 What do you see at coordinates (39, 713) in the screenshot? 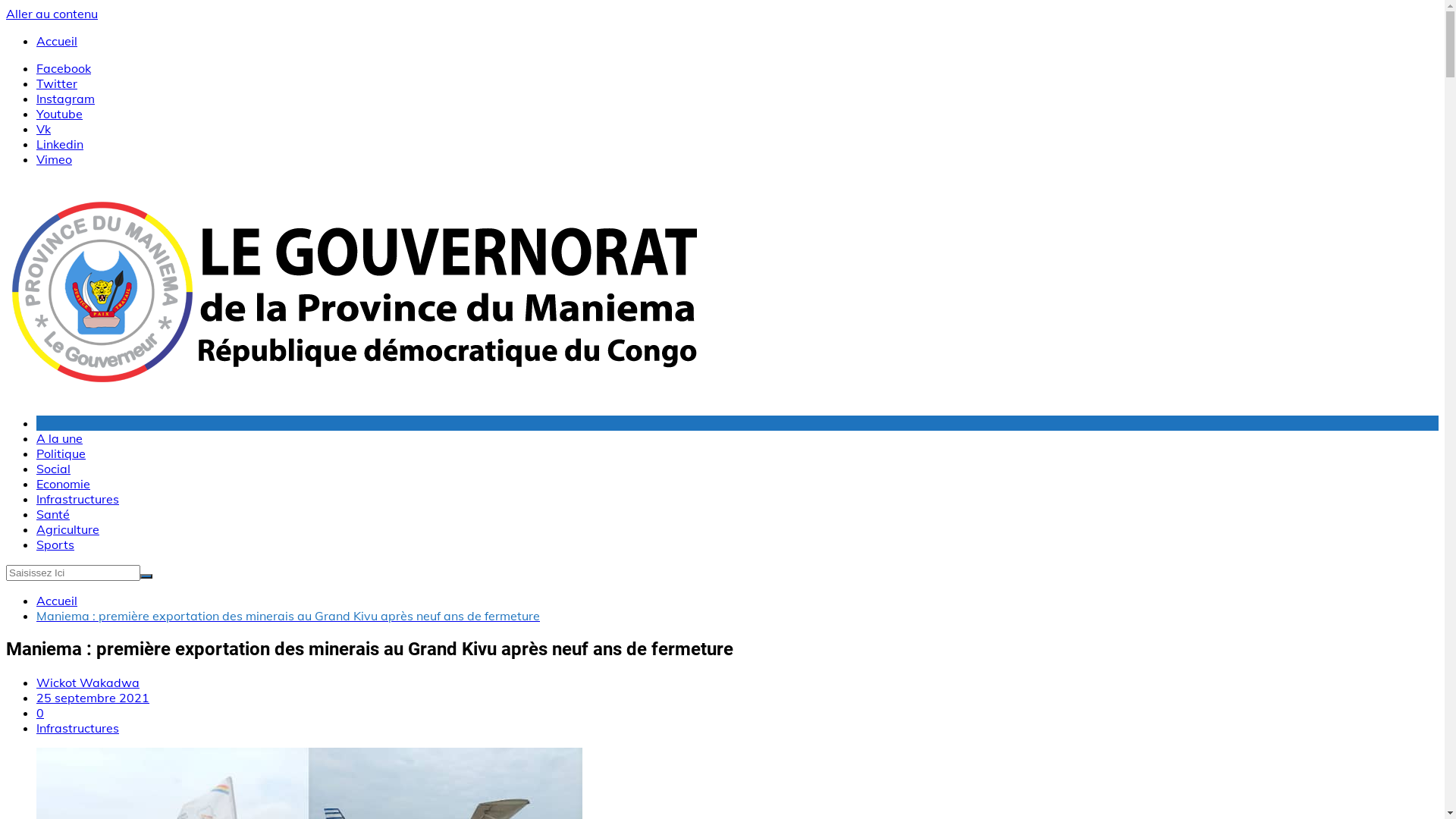
I see `'0'` at bounding box center [39, 713].